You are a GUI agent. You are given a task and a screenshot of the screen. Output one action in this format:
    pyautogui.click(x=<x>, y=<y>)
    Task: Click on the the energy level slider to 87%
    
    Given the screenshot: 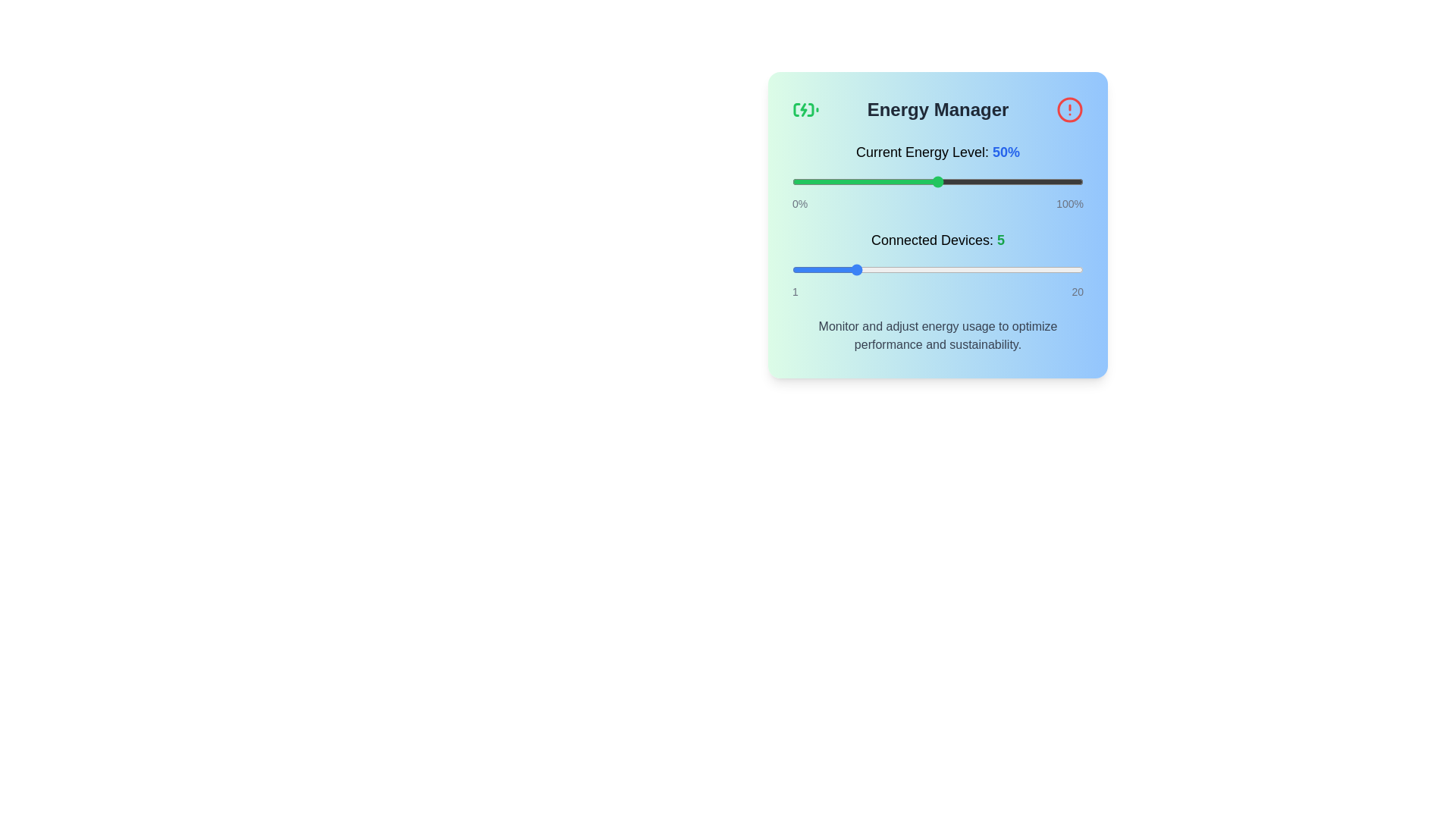 What is the action you would take?
    pyautogui.click(x=1045, y=180)
    